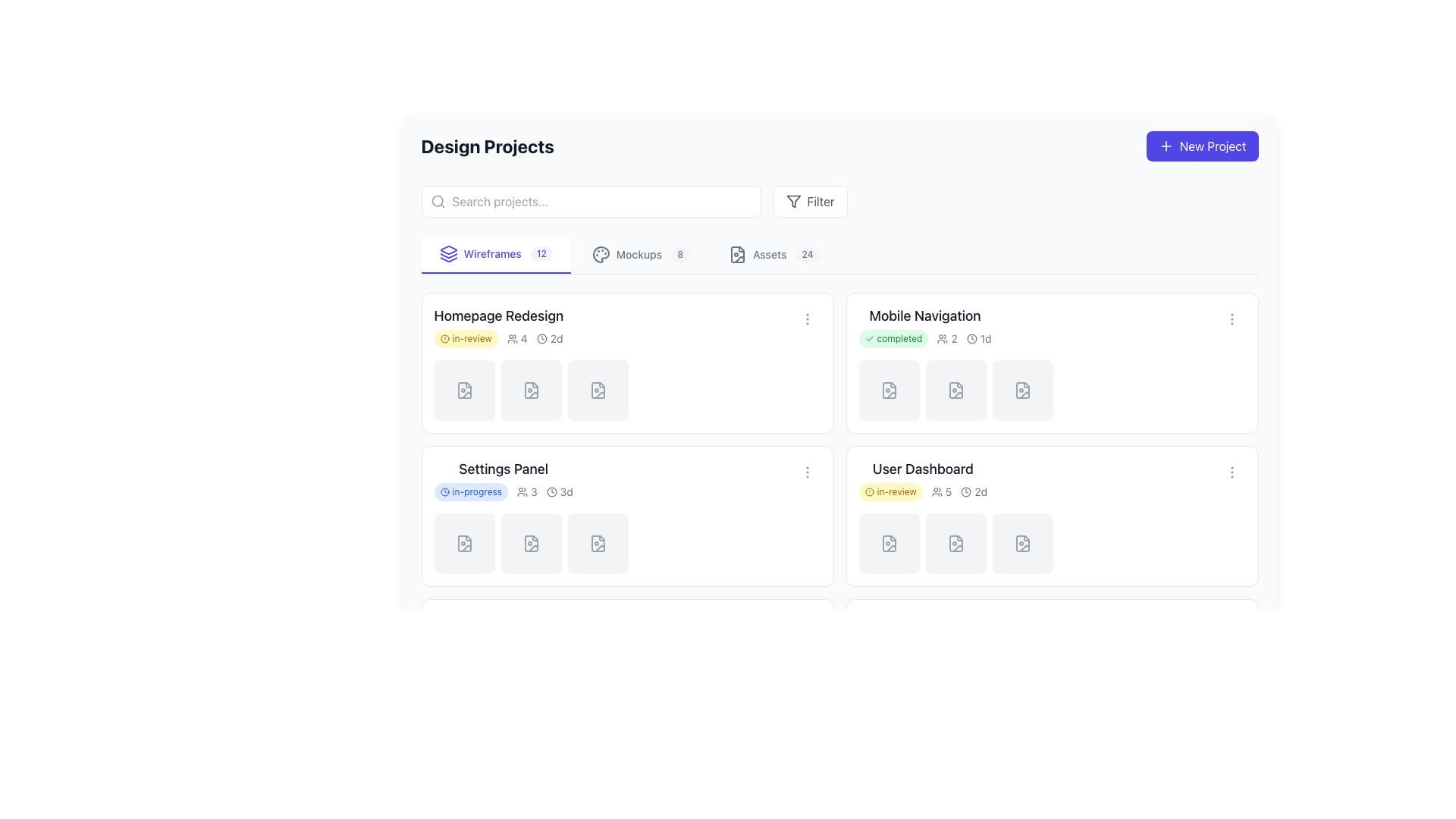 Image resolution: width=1456 pixels, height=819 pixels. Describe the element at coordinates (889, 390) in the screenshot. I see `the small gray file outline icon with an embedded image graphic located in the 'Mobile Navigation' project card, specifically the second icon from the left in the 'Design Projects' category` at that location.